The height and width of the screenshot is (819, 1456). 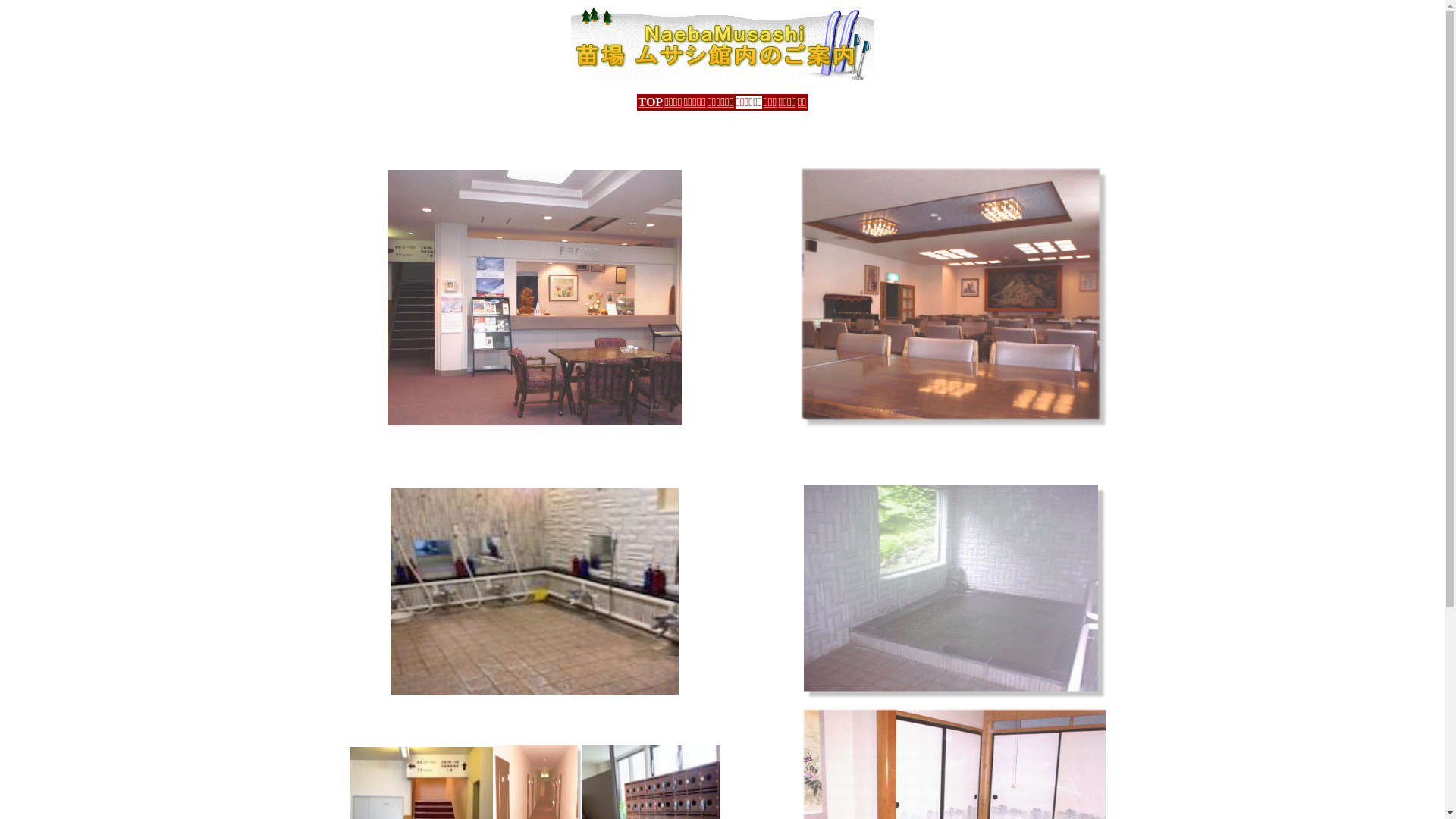 I want to click on 'TOP', so click(x=651, y=102).